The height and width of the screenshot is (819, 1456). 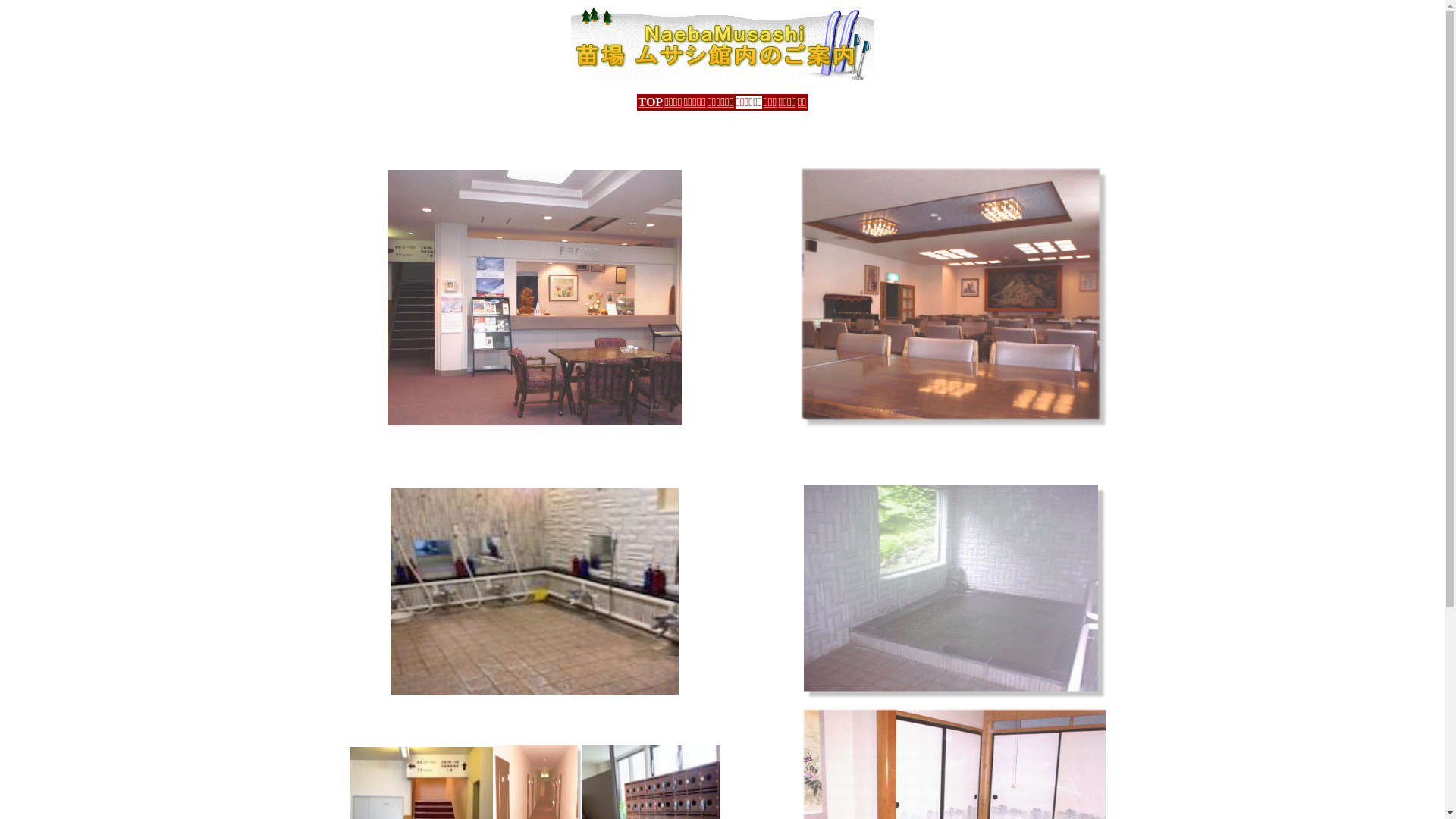 I want to click on 'TOP', so click(x=651, y=102).